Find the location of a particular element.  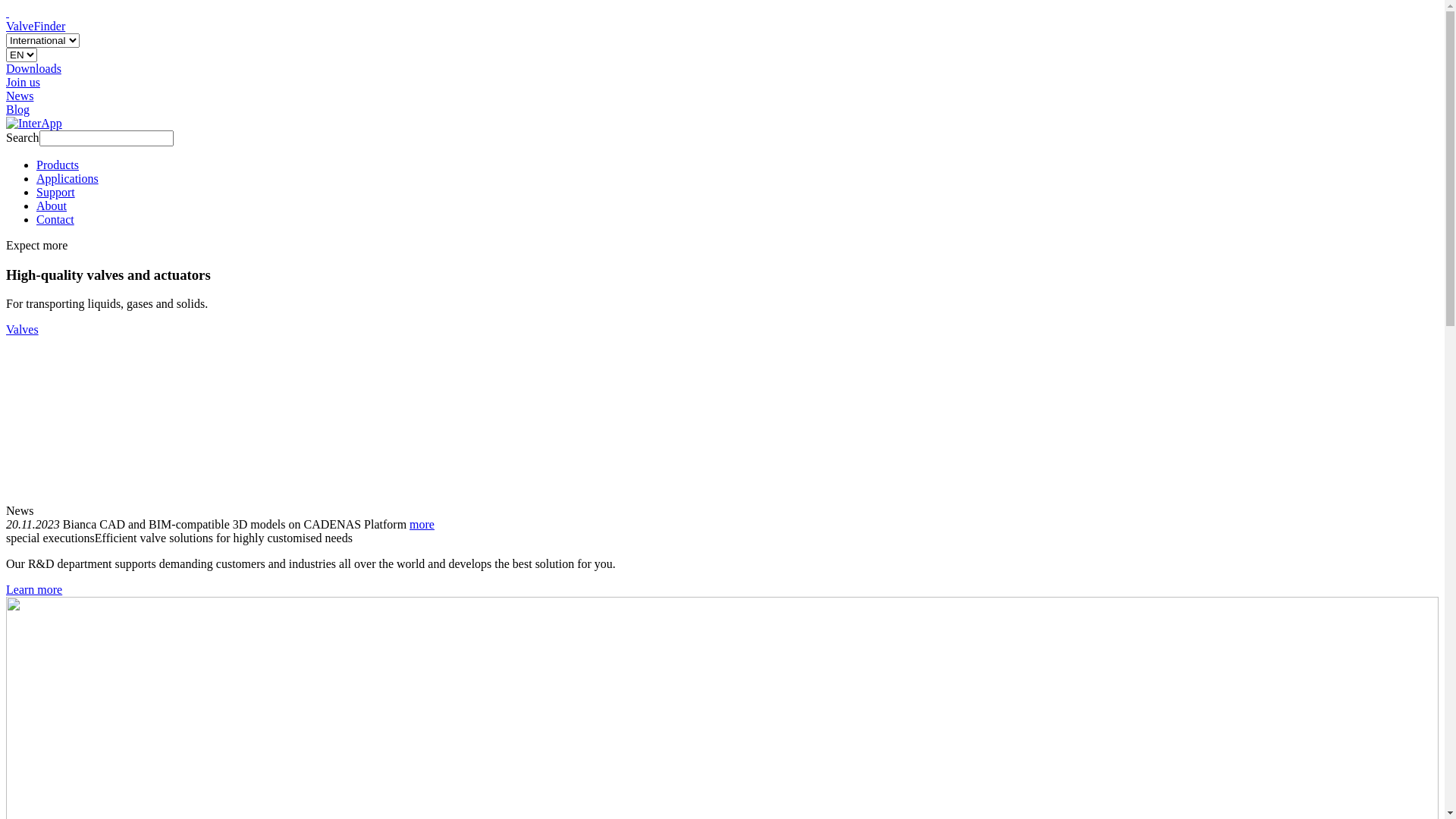

'Products' is located at coordinates (58, 165).